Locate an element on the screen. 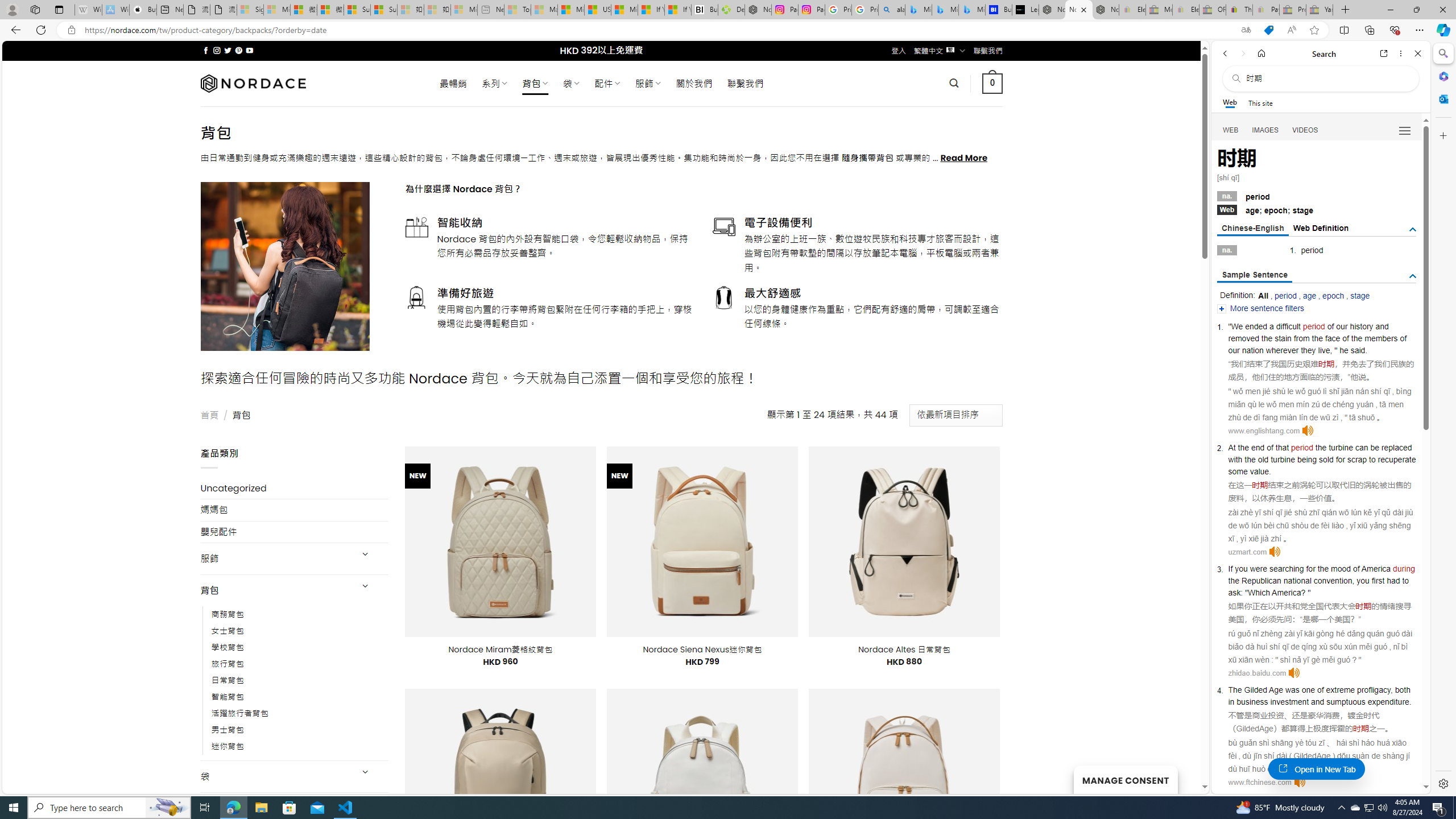 This screenshot has width=1456, height=819. 'Follow on Facebook' is located at coordinates (206, 50).